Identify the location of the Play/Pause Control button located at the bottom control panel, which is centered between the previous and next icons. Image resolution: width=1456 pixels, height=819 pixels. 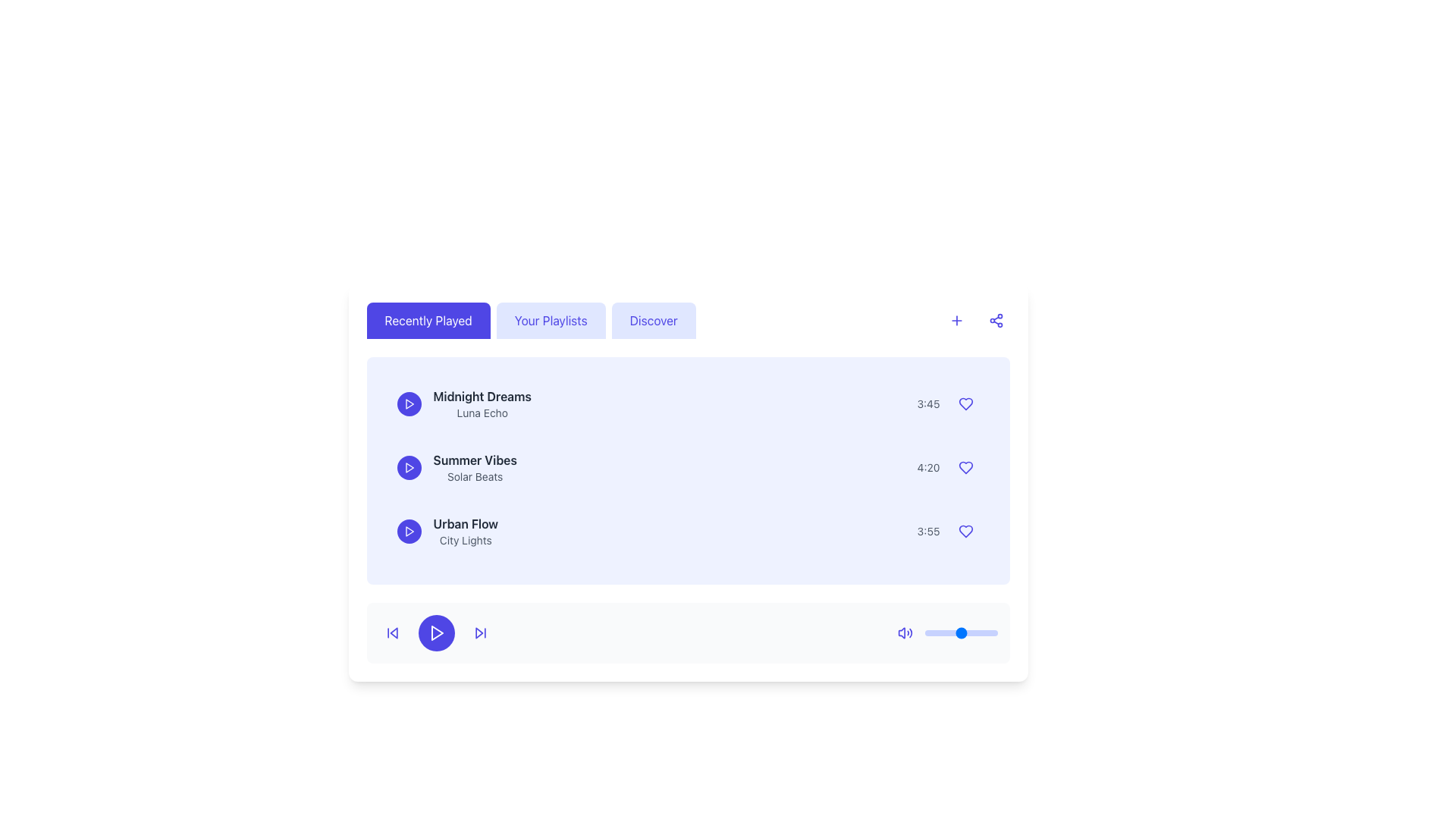
(435, 632).